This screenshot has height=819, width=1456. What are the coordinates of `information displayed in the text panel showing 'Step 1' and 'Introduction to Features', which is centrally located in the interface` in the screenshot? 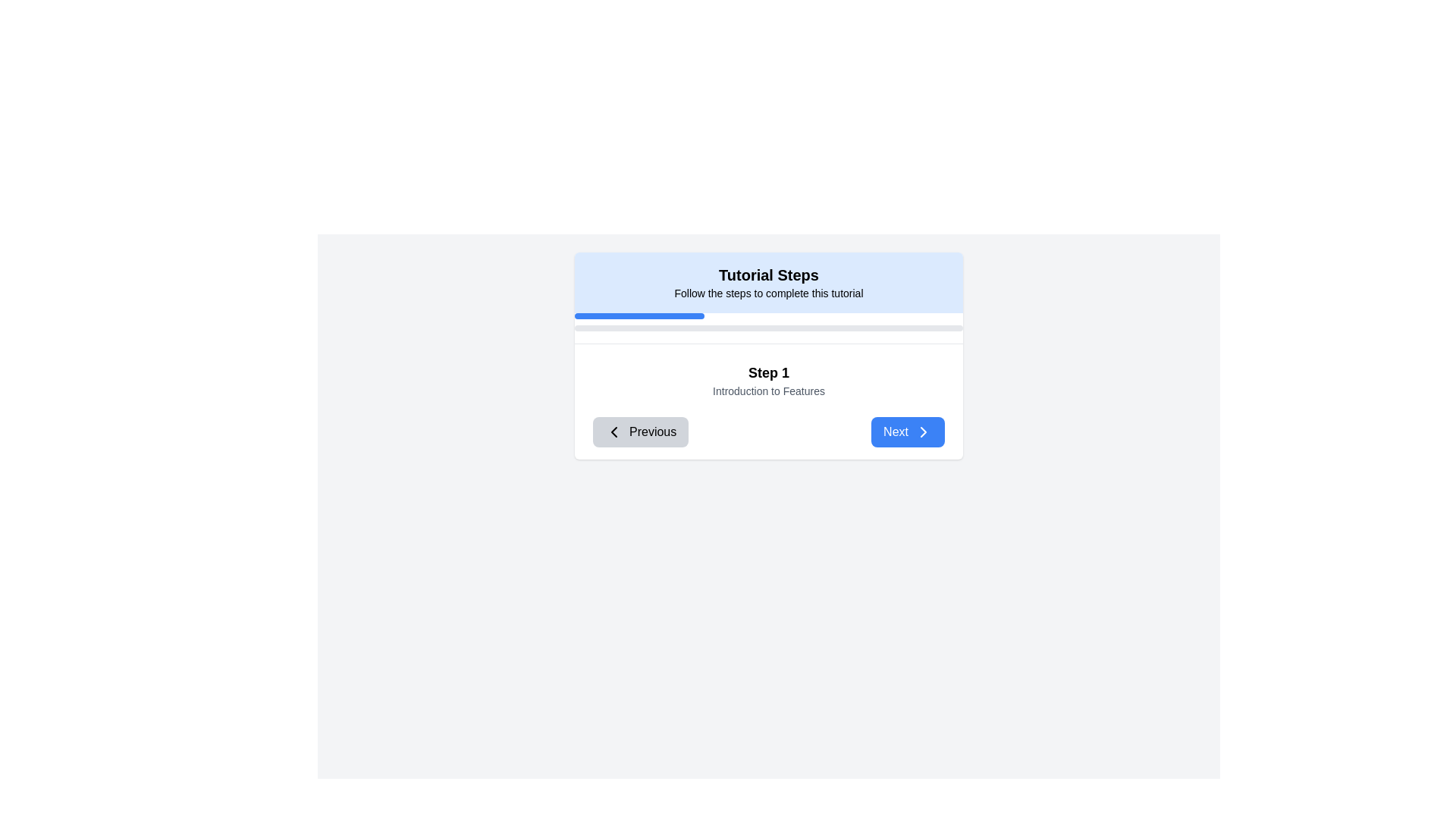 It's located at (768, 379).